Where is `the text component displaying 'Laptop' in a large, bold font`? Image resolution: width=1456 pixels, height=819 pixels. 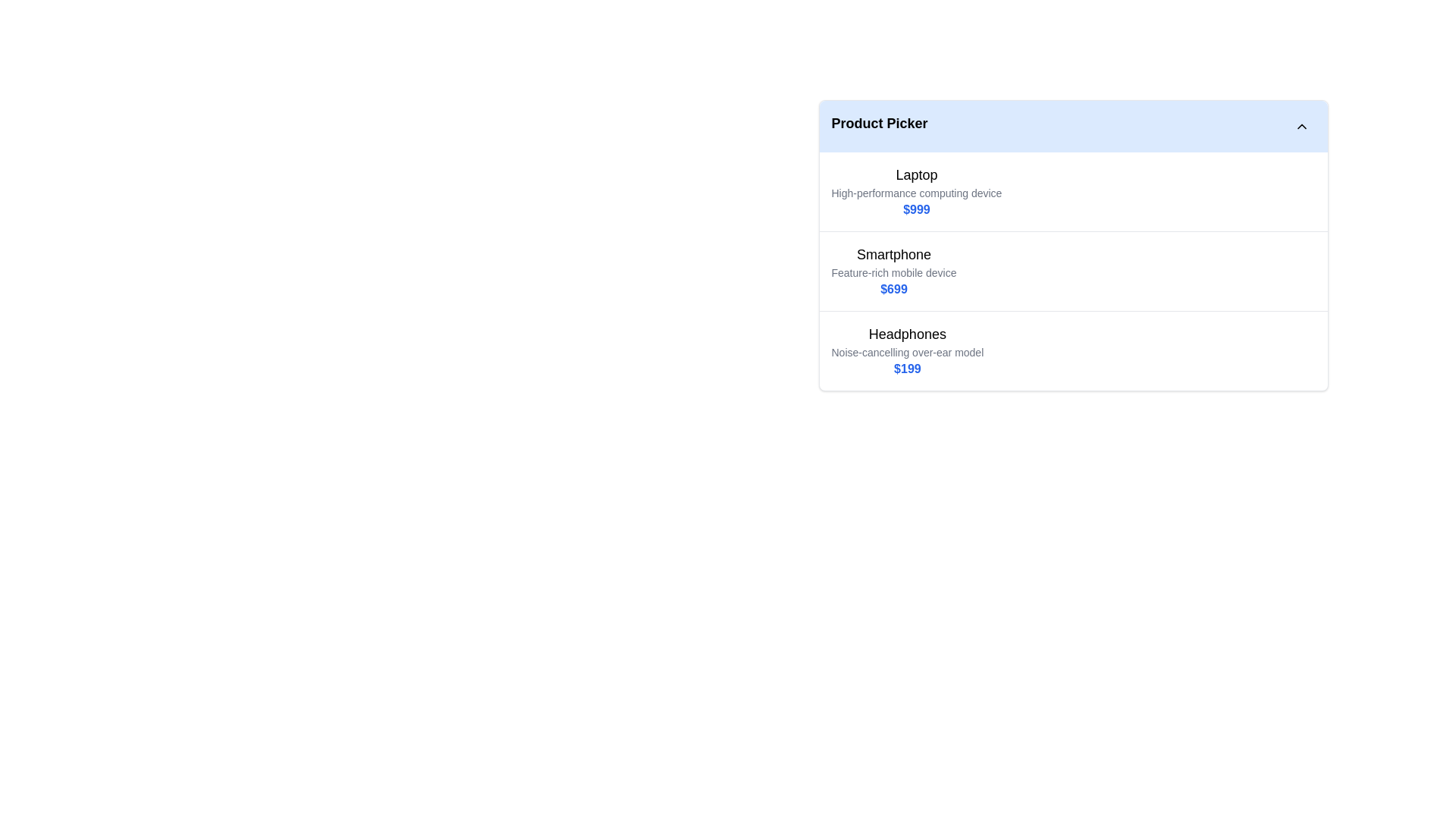 the text component displaying 'Laptop' in a large, bold font is located at coordinates (916, 174).